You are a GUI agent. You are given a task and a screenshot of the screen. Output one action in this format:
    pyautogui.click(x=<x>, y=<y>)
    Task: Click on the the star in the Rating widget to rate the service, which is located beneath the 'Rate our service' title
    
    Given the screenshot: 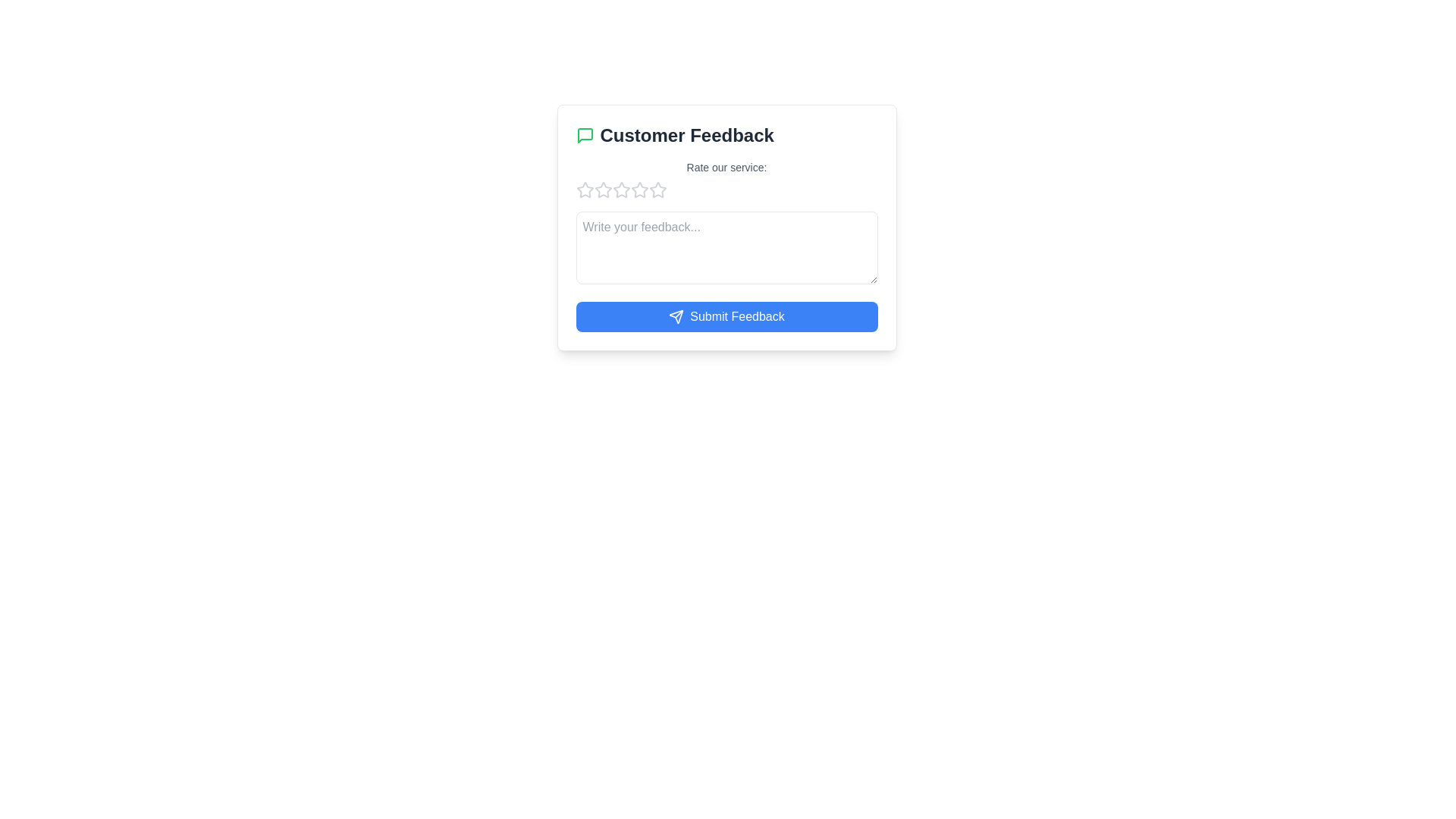 What is the action you would take?
    pyautogui.click(x=726, y=189)
    